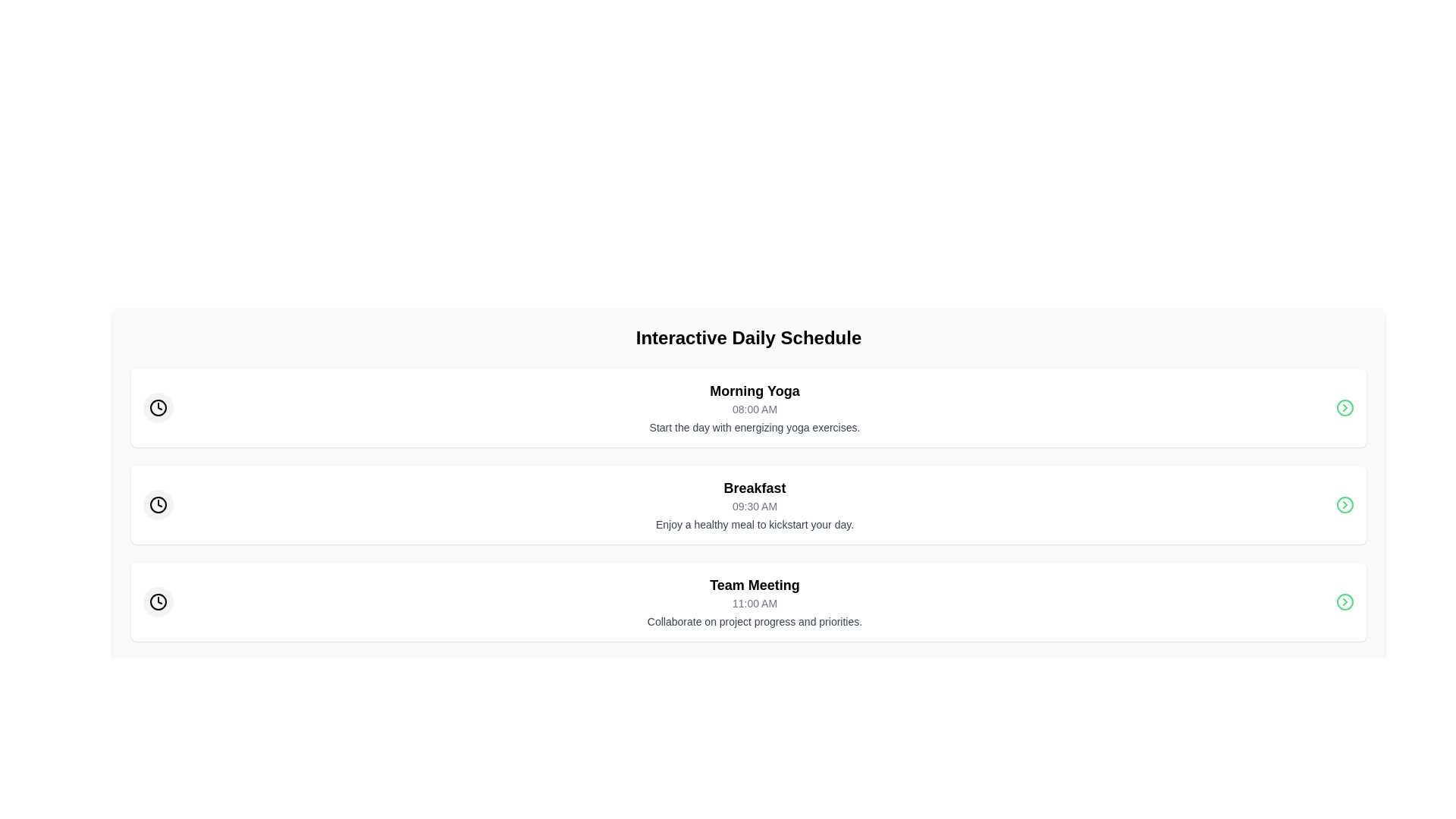  I want to click on the details of the Text Content Block that serves as a schedule entry, located centrally between 'Morning Yoga' and 'Team Meeting', so click(755, 505).